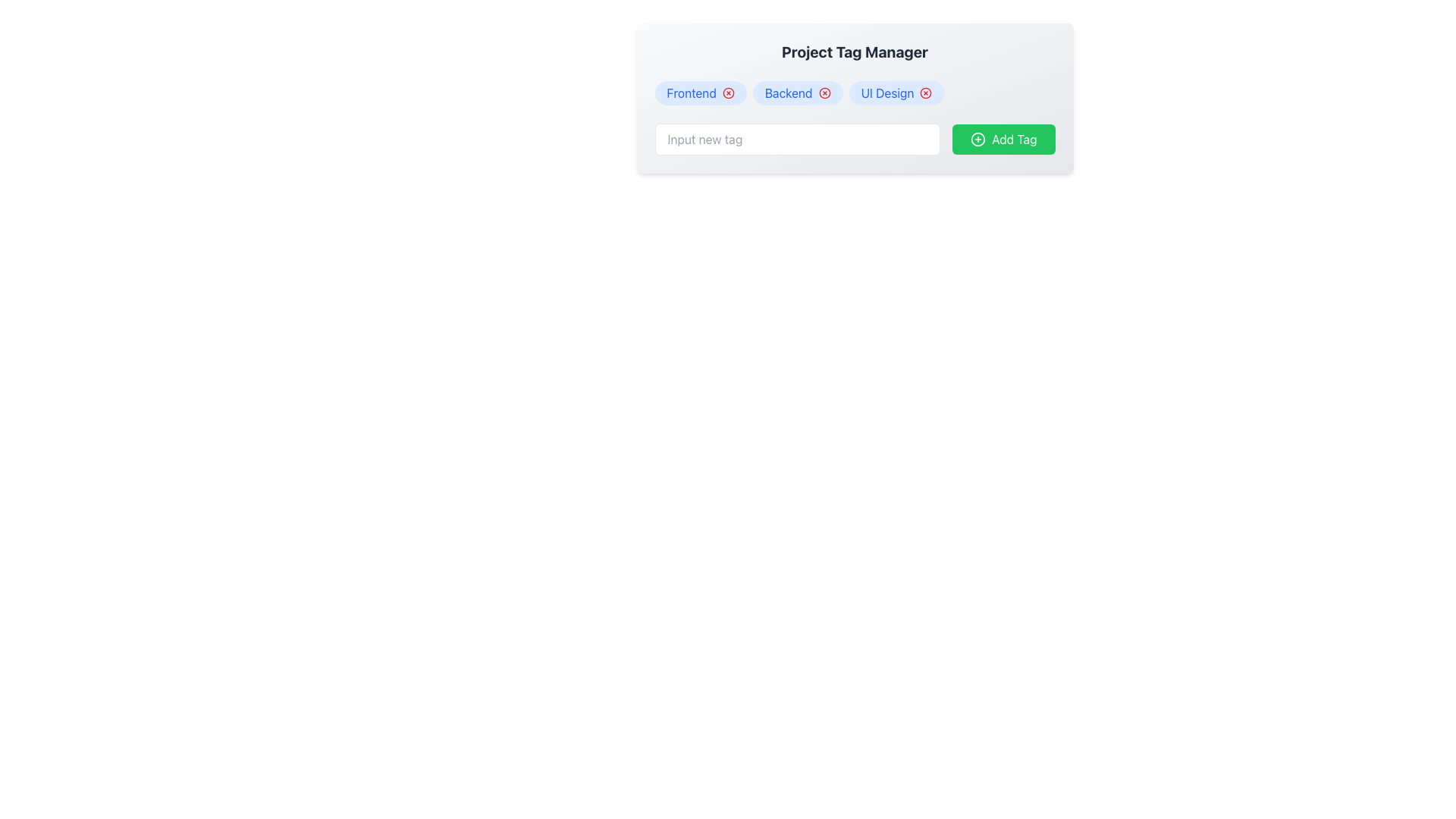 The height and width of the screenshot is (819, 1456). What do you see at coordinates (896, 93) in the screenshot?
I see `the 'x' icon on the third tag labeled 'UI Design' in the Project Tag Manager section` at bounding box center [896, 93].